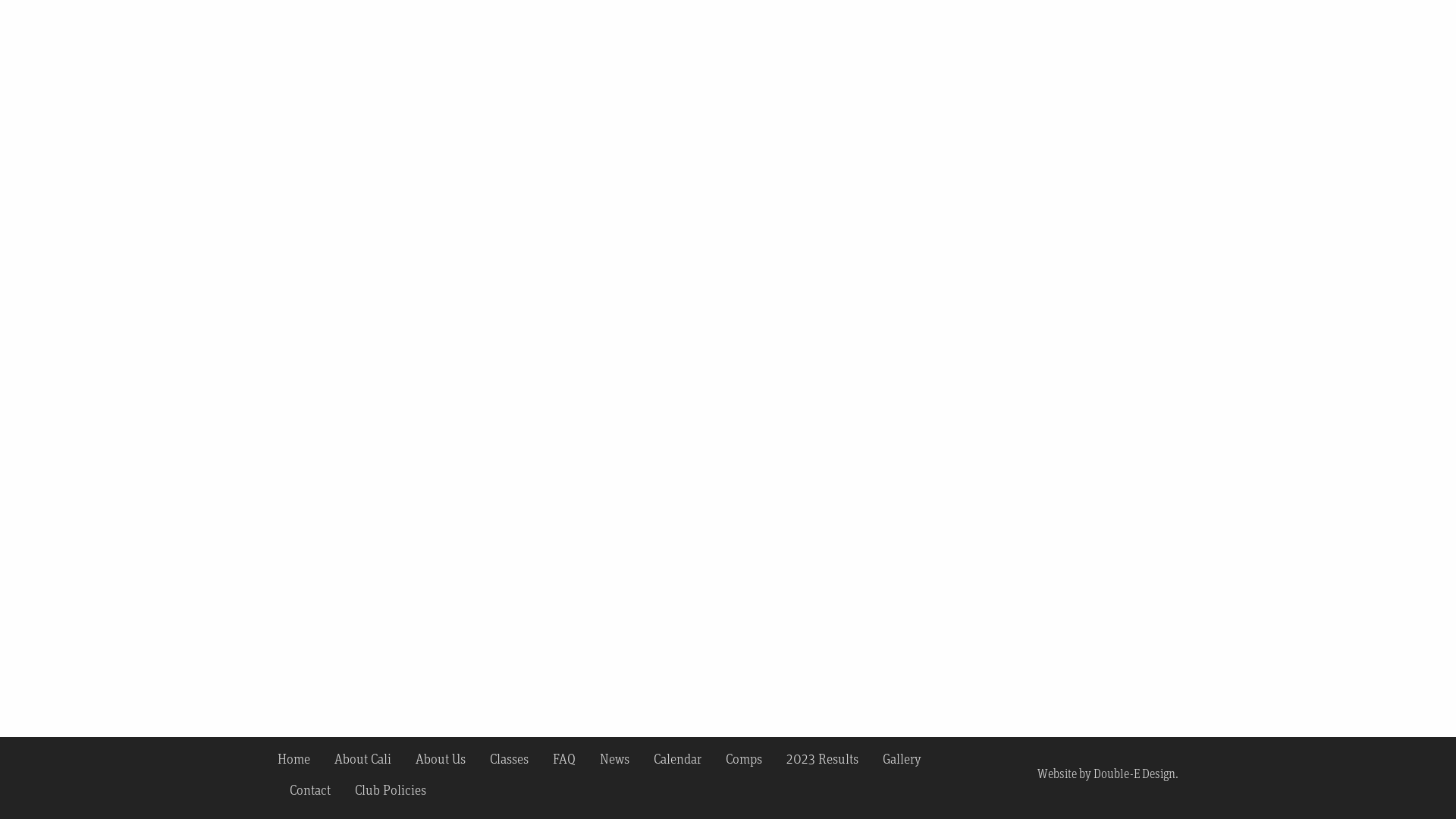  Describe the element at coordinates (614, 758) in the screenshot. I see `'News'` at that location.